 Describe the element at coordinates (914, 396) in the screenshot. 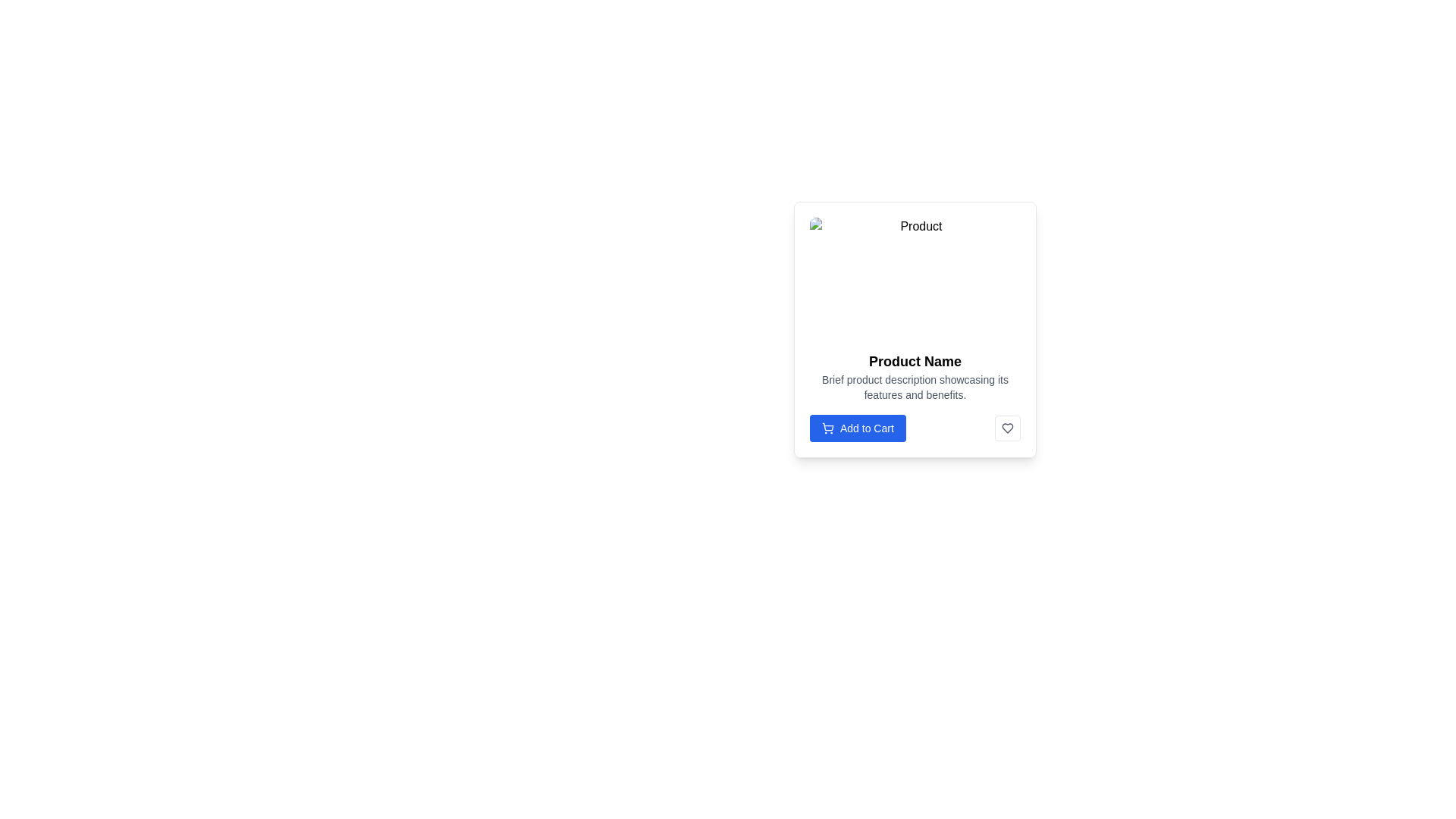

I see `the text block that provides product details in the e-commerce card layout, located centrally below the product image and above the 'Add to Cart' button` at that location.